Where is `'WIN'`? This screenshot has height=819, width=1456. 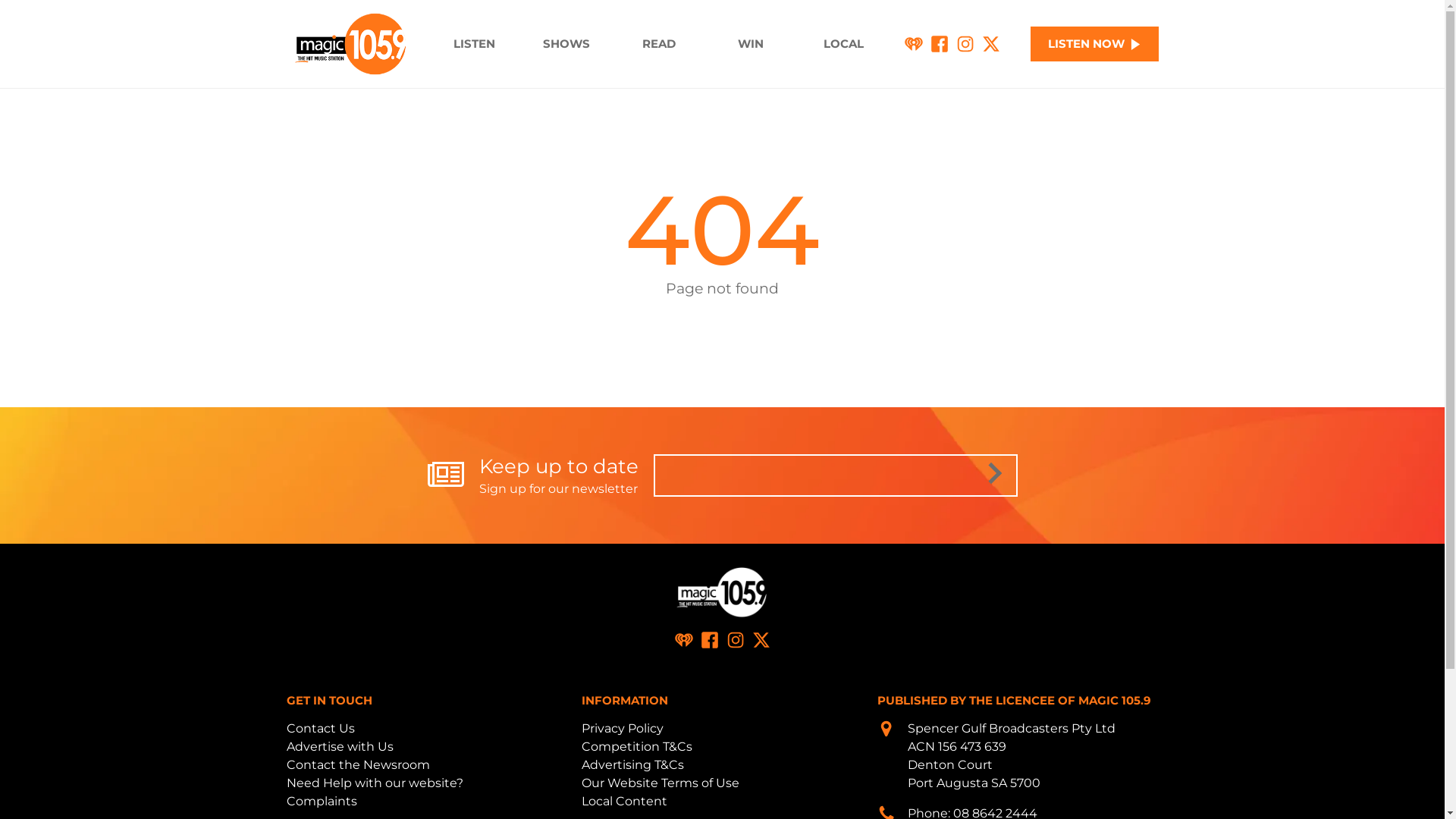
'WIN' is located at coordinates (751, 42).